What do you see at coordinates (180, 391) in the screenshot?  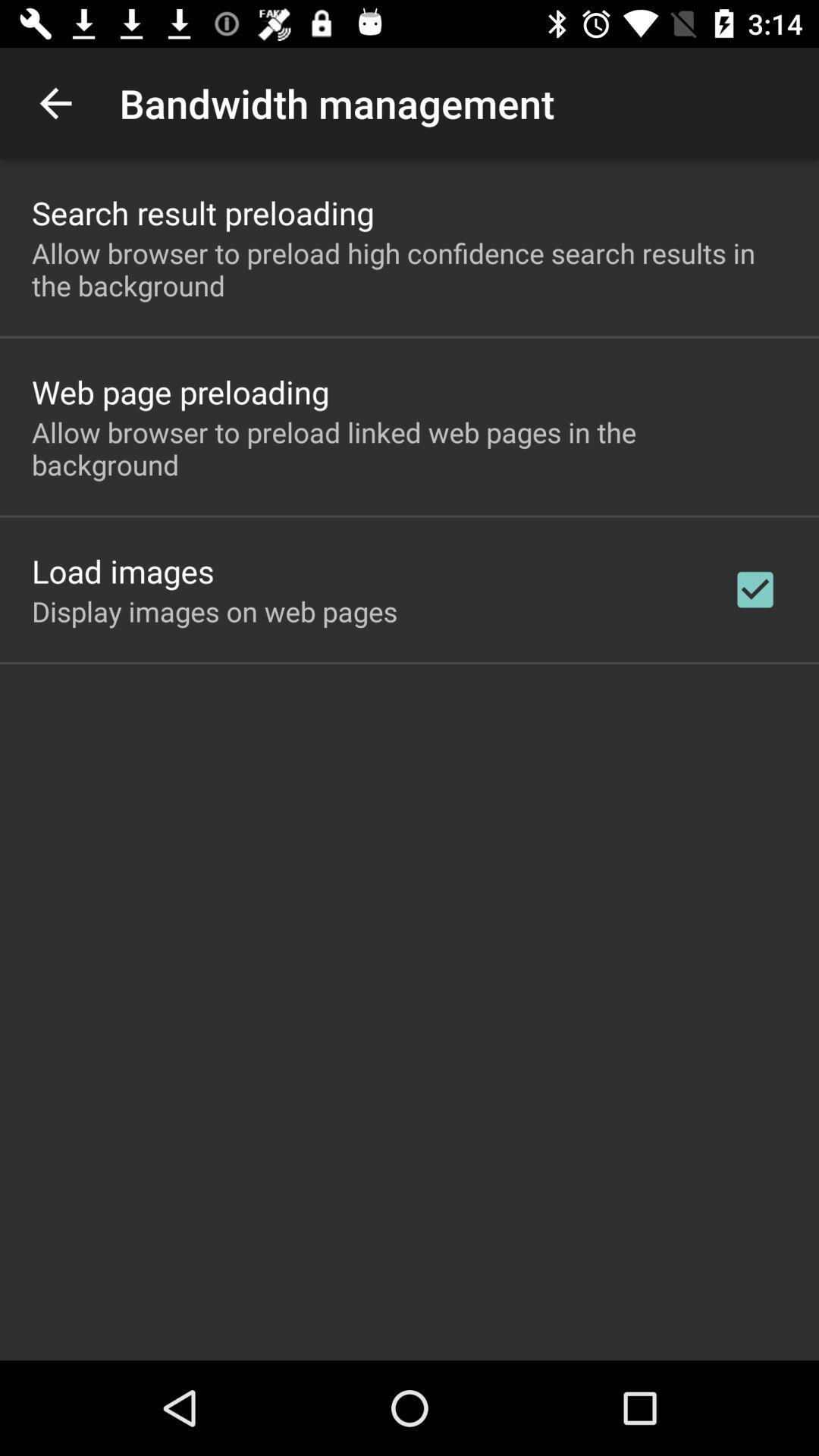 I see `the app above allow browser to` at bounding box center [180, 391].